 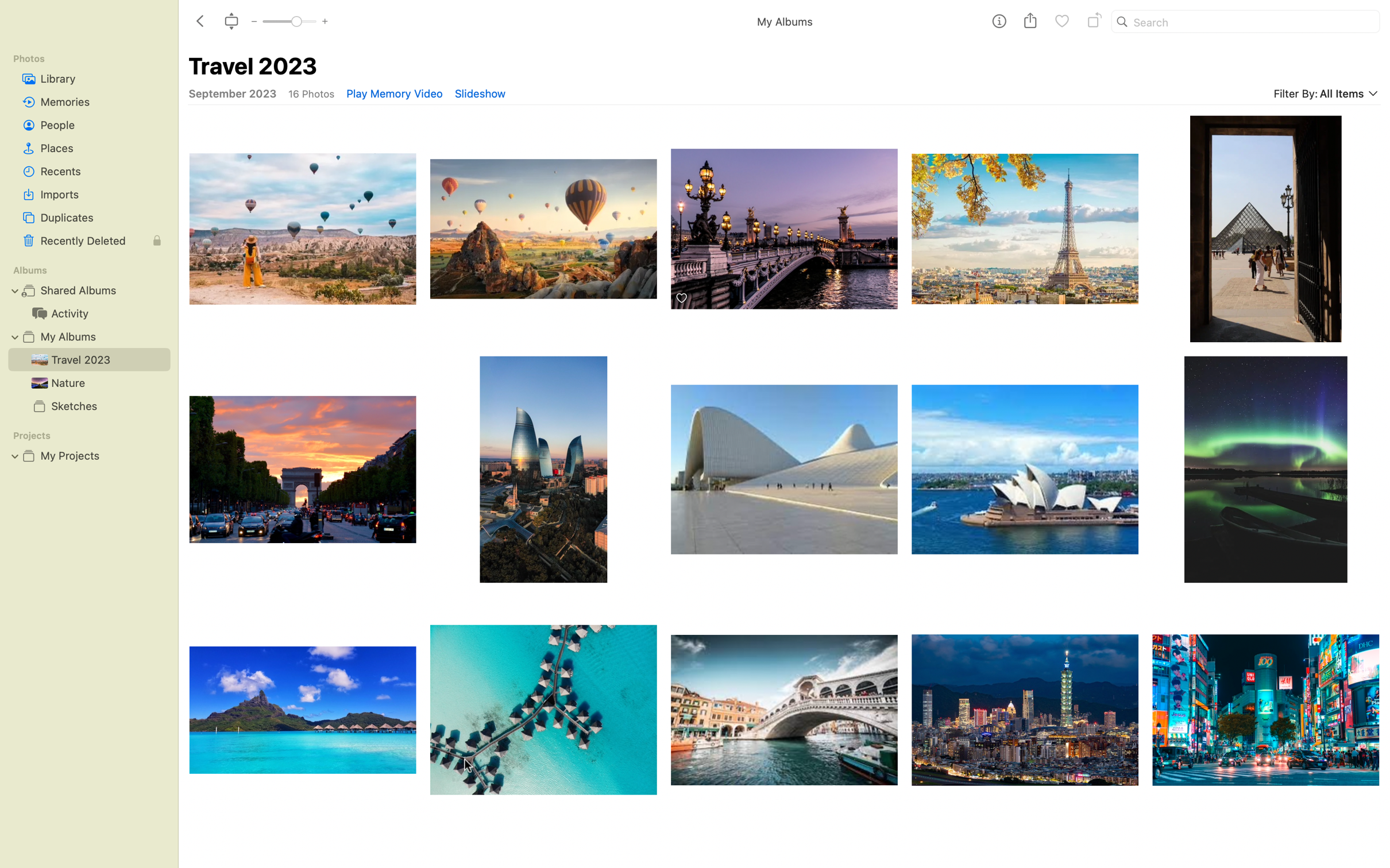 I want to click on Begin playback for the memories video, so click(x=393, y=93).